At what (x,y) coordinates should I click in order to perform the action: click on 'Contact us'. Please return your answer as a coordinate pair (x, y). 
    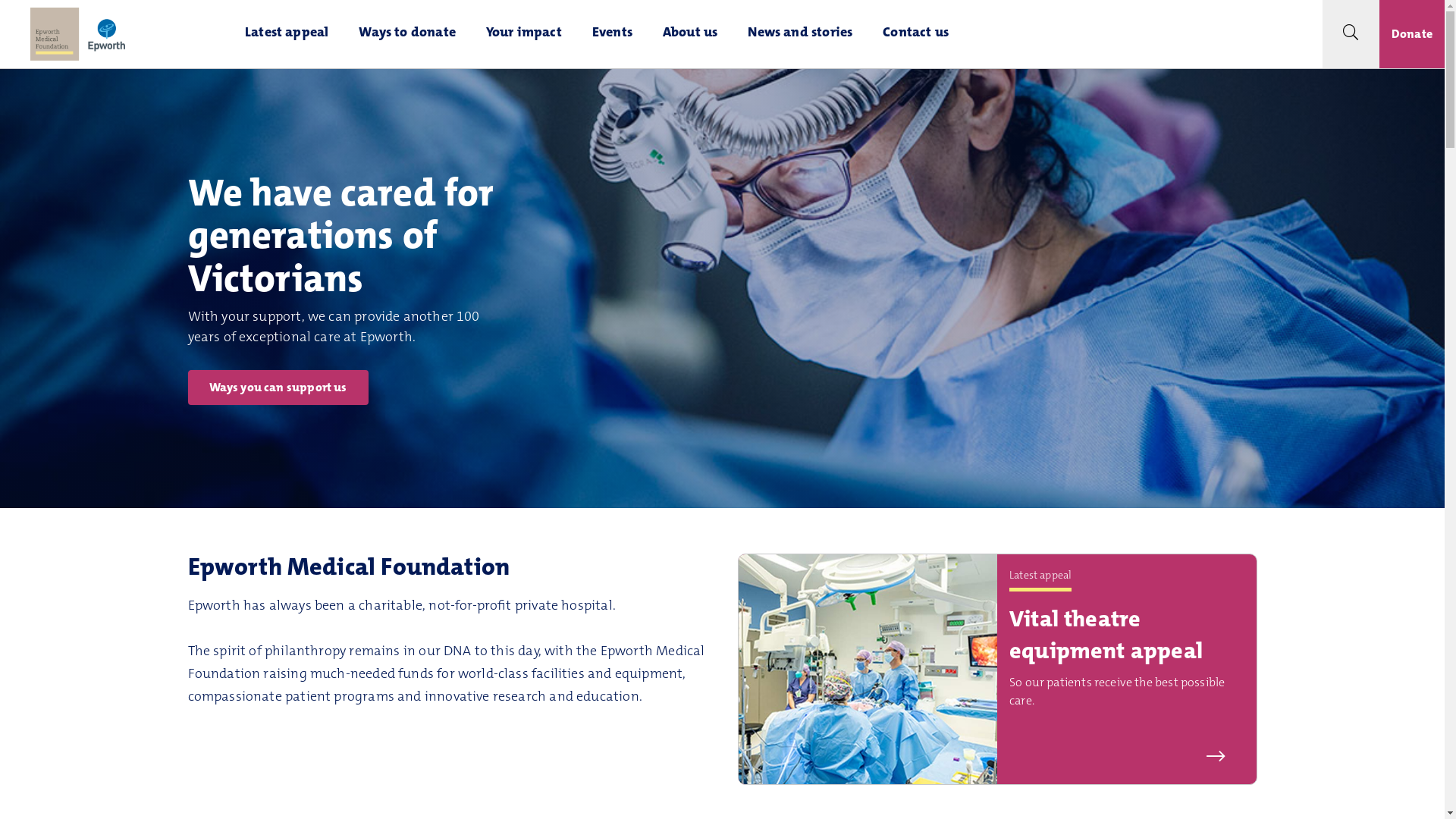
    Looking at the image, I should click on (915, 34).